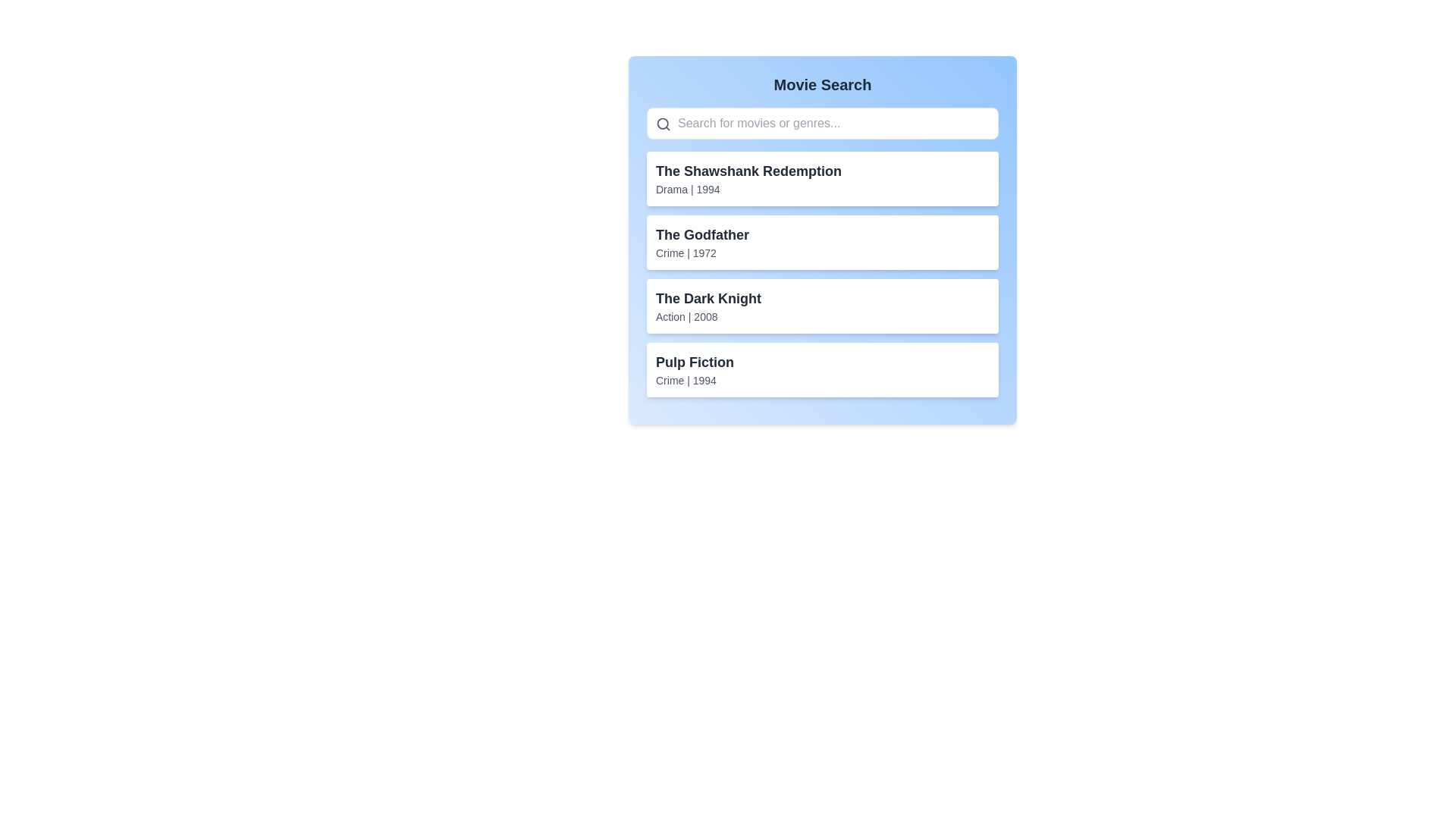  I want to click on the text label displaying the title of a movie, which is located in the second row beneath 'The Shawshank Redemption' and above 'The Dark Knight', so click(701, 234).